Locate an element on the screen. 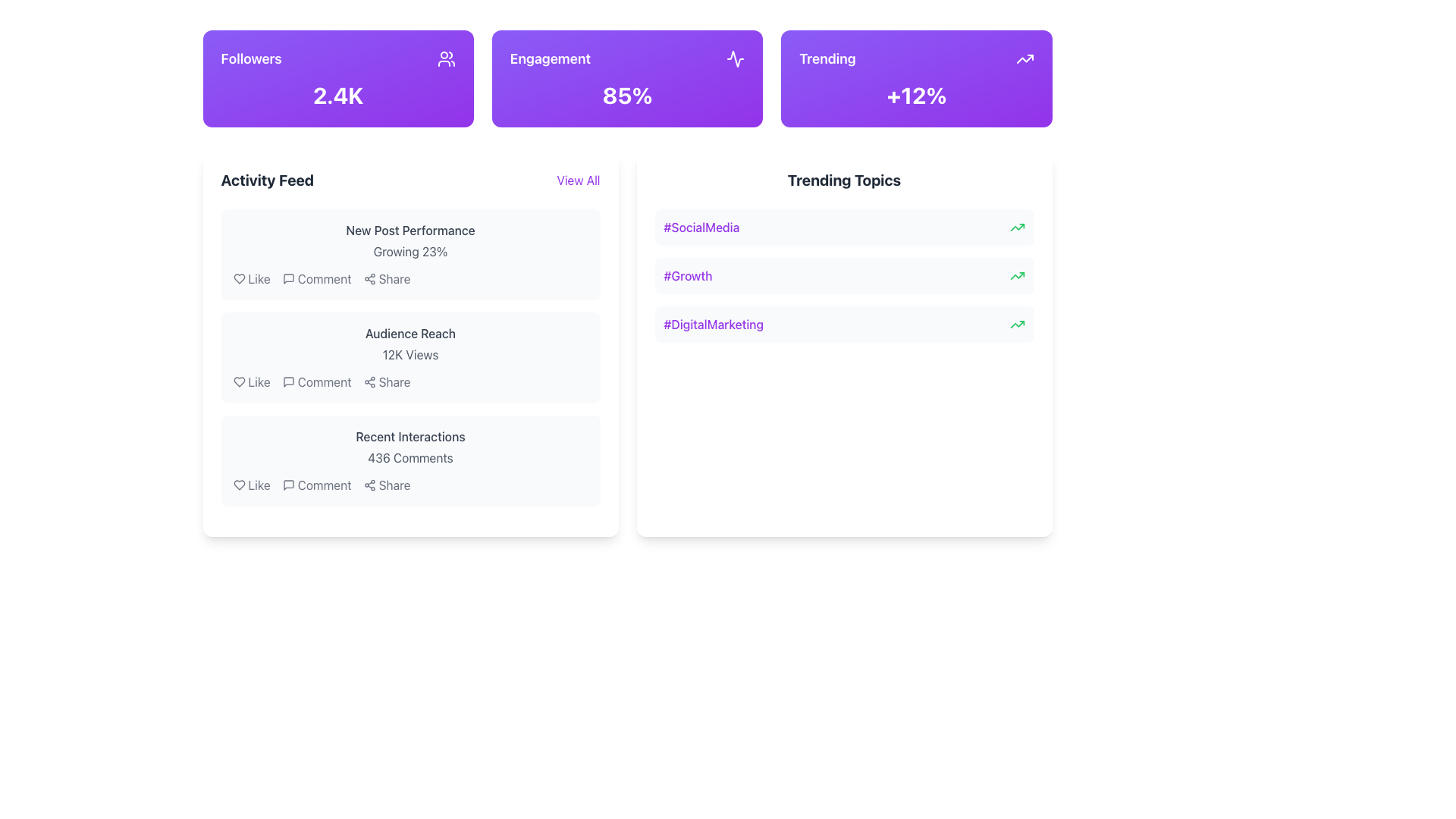  the static text label in the 'Activity Feed' panel to initiate a comment action, which is located near the 'Like' and 'Share' options in the 'New Post Performance' section is located at coordinates (324, 278).